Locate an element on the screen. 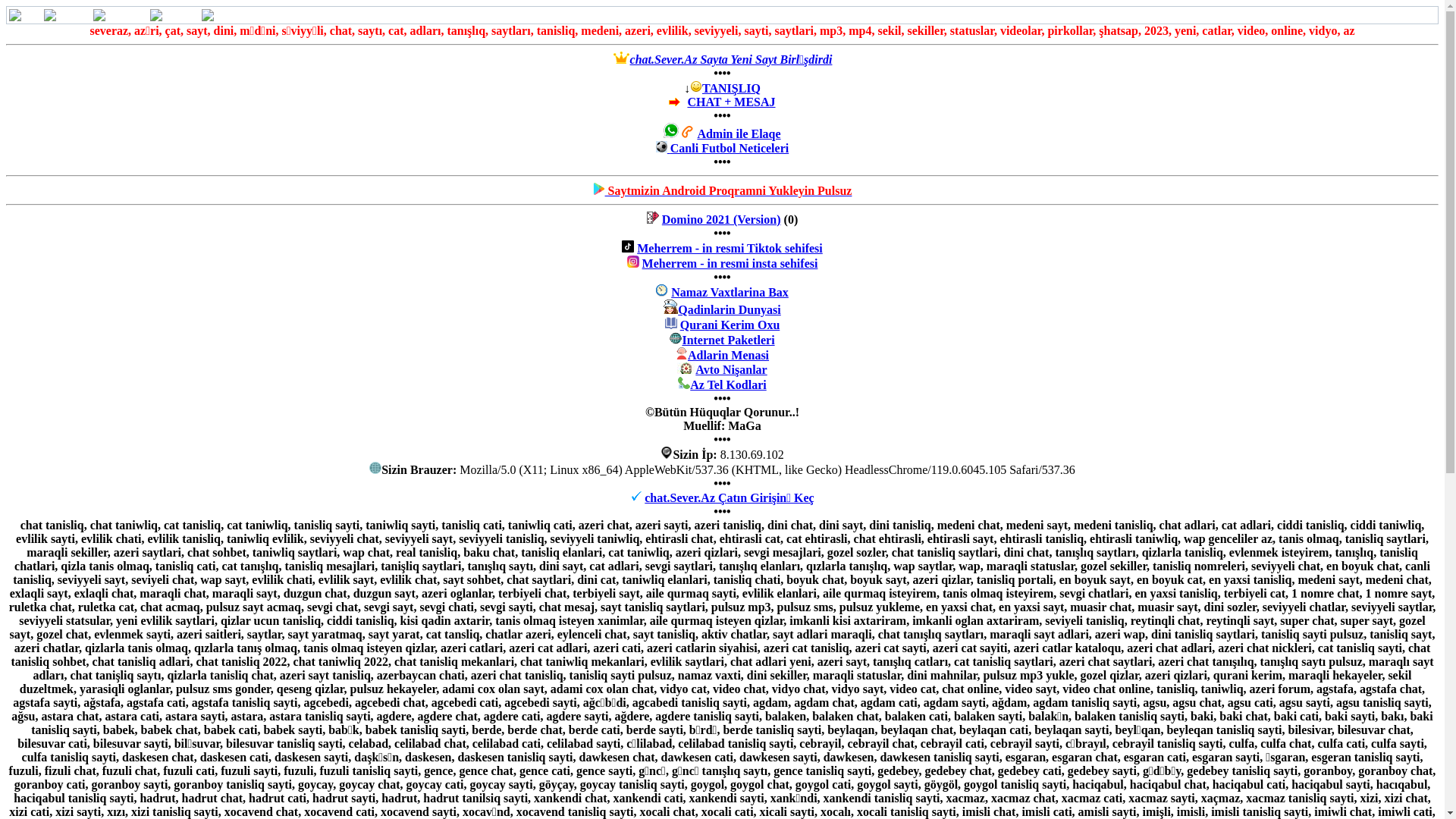 This screenshot has width=1456, height=819. 'Hom' is located at coordinates (25, 14).